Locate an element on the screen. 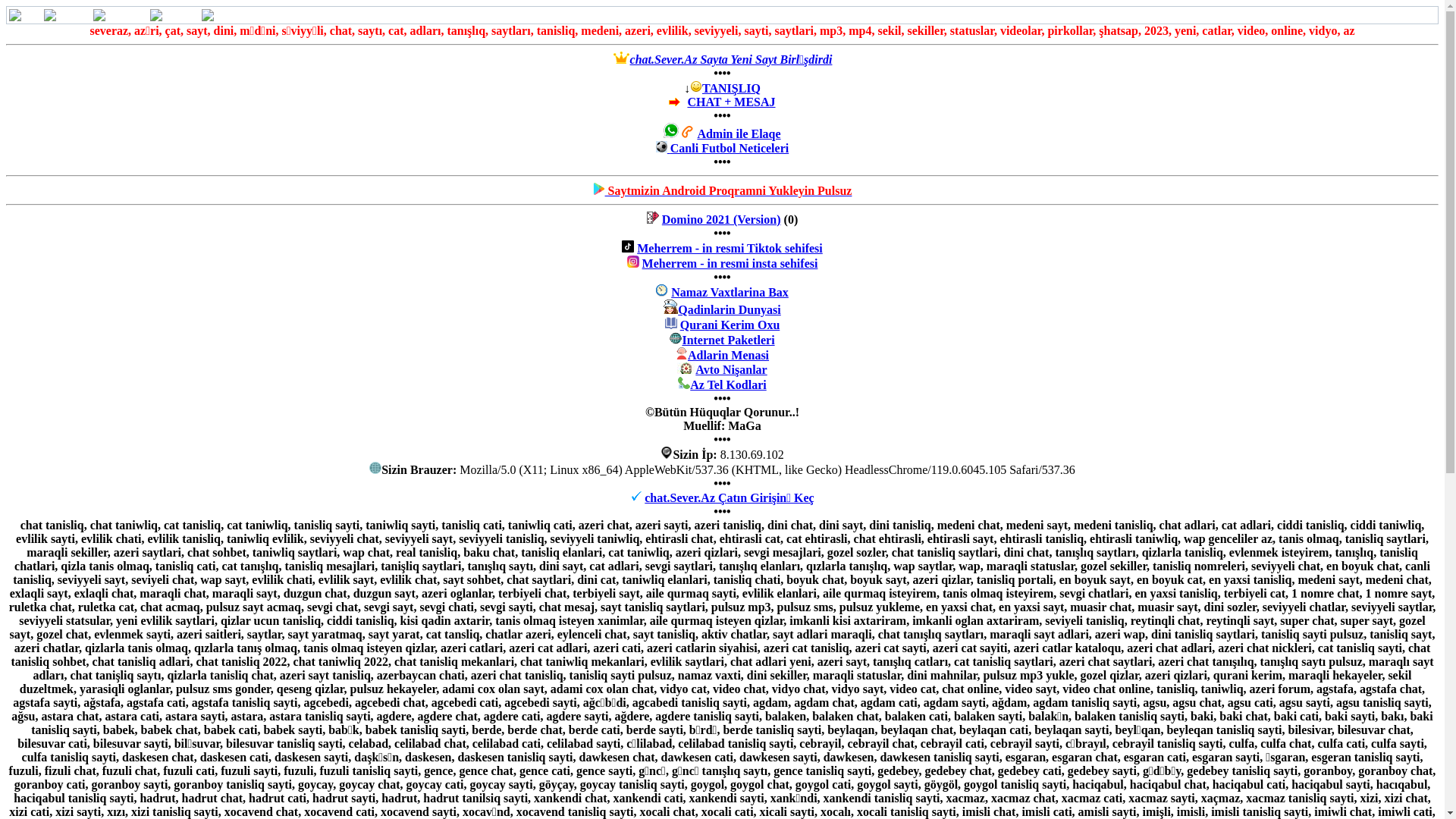 This screenshot has width=1456, height=819. 'Hom' is located at coordinates (25, 14).